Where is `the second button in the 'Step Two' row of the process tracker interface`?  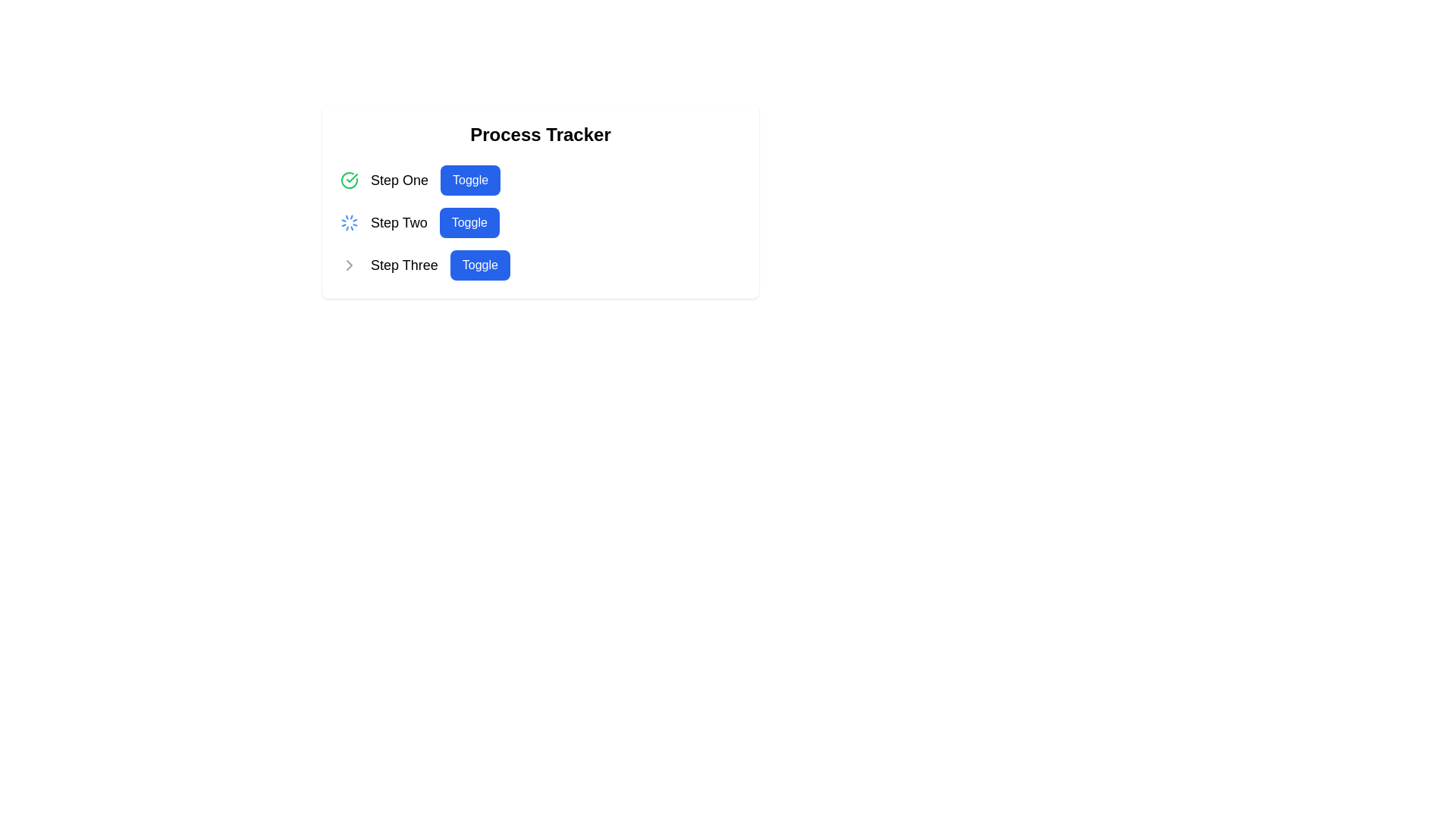
the second button in the 'Step Two' row of the process tracker interface is located at coordinates (469, 222).